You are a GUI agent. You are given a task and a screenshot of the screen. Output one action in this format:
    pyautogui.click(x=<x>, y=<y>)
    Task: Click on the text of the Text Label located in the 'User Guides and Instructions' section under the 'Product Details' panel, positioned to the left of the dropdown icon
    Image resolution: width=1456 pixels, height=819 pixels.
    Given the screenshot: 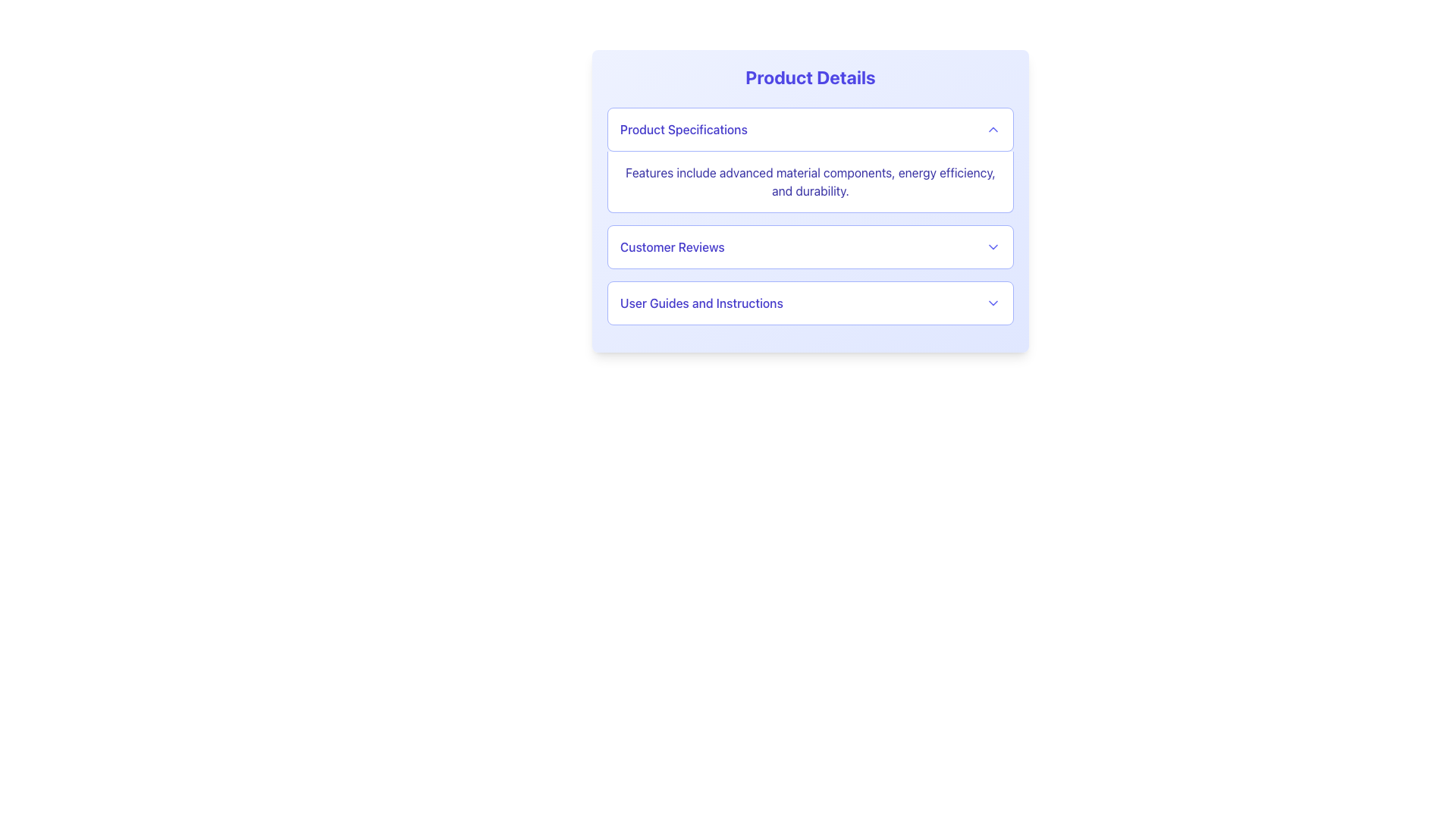 What is the action you would take?
    pyautogui.click(x=701, y=303)
    